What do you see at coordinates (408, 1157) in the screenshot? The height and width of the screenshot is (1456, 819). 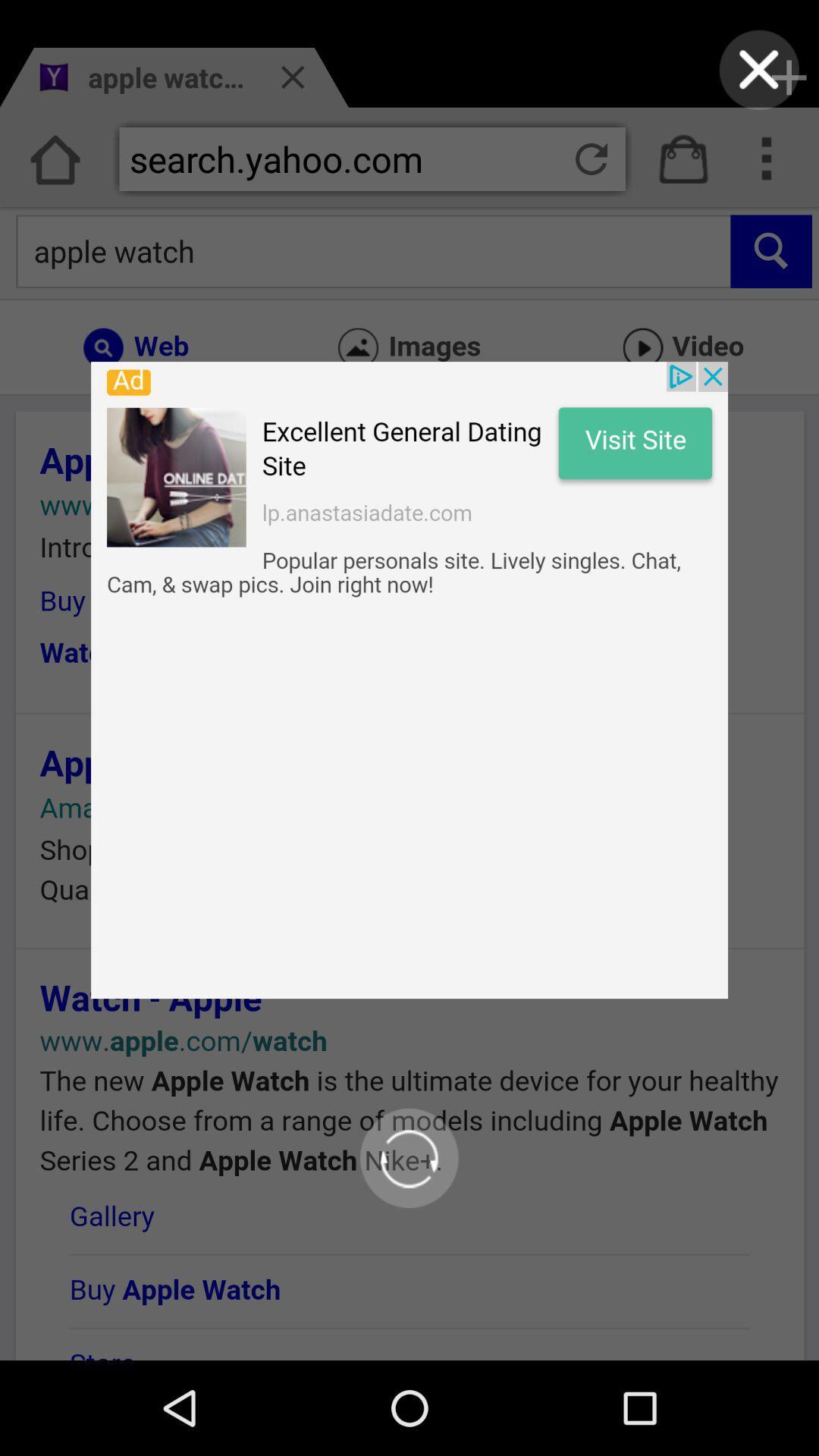 I see `refresh page` at bounding box center [408, 1157].